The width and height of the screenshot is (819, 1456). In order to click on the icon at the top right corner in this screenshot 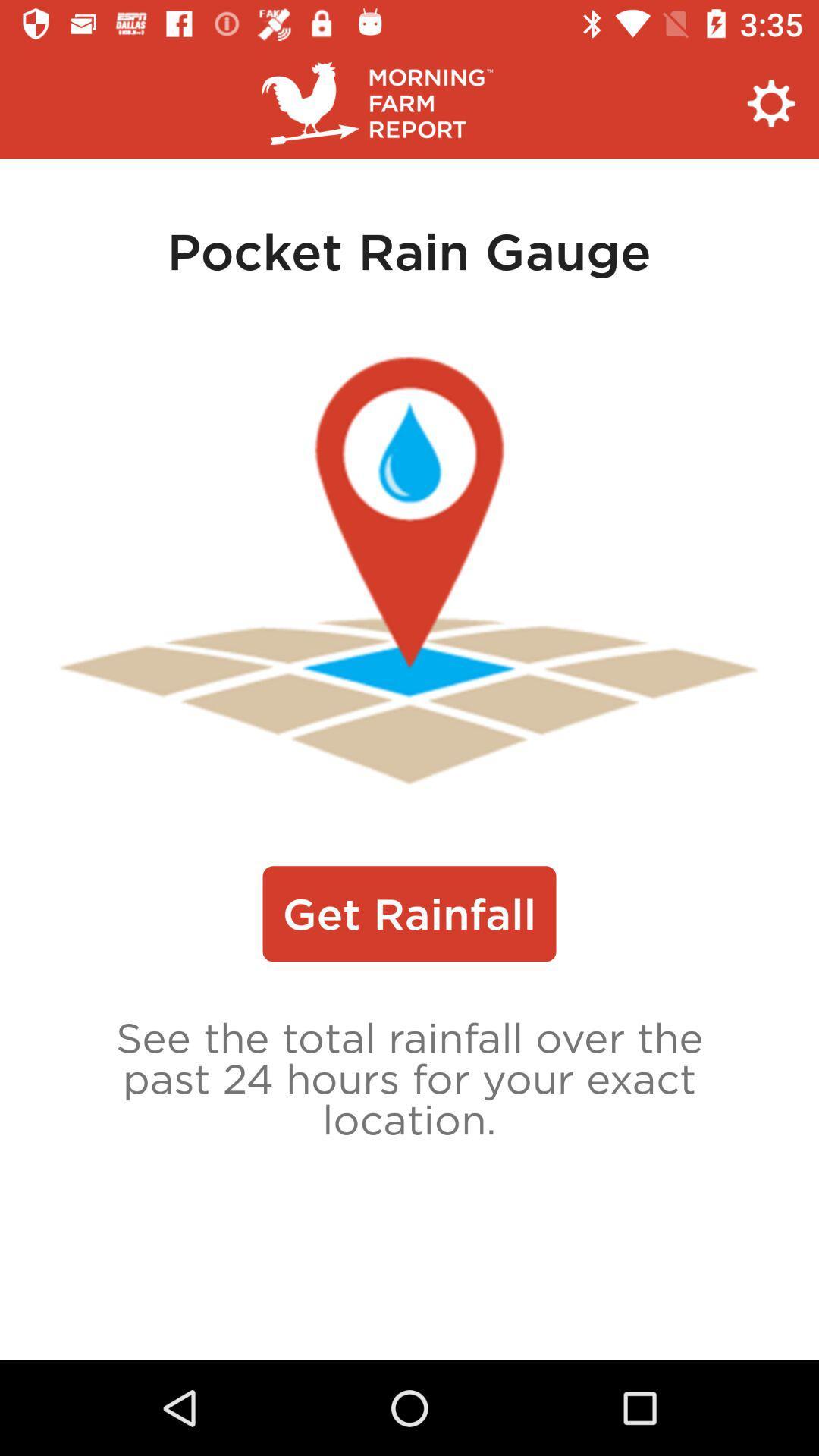, I will do `click(771, 102)`.